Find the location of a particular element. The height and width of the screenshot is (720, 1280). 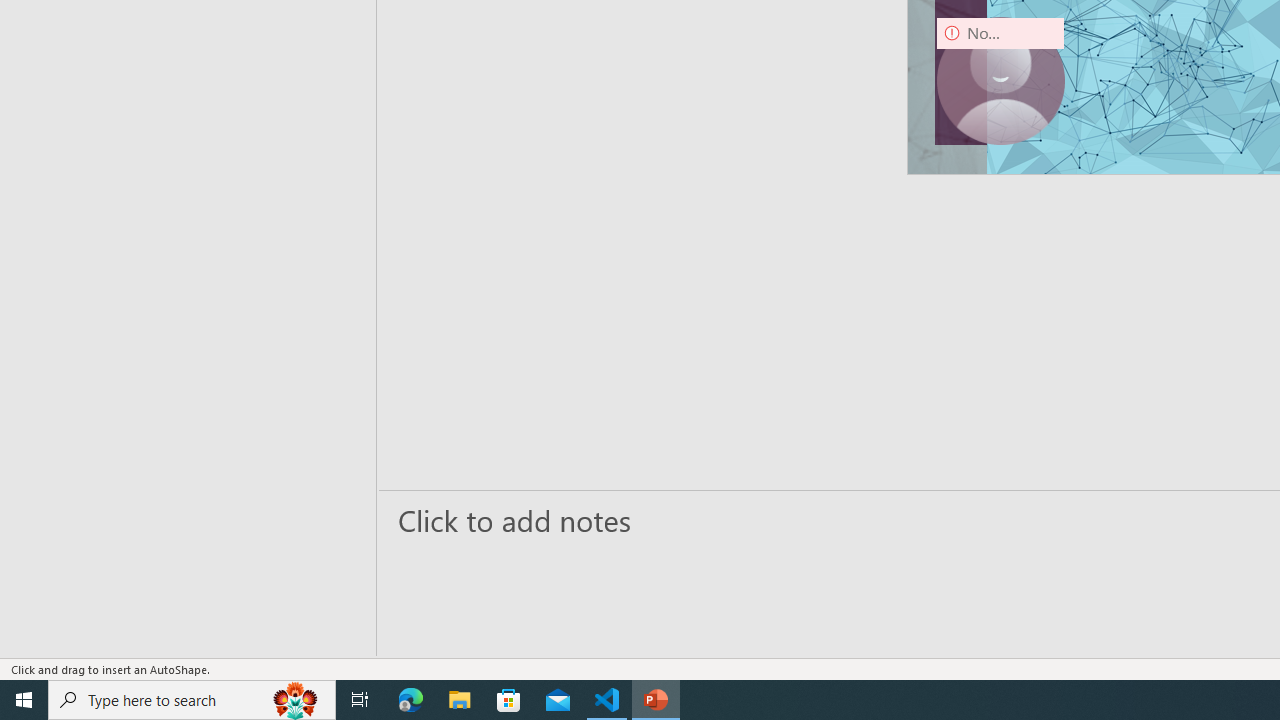

'Camera 9, No camera detected.' is located at coordinates (1000, 80).